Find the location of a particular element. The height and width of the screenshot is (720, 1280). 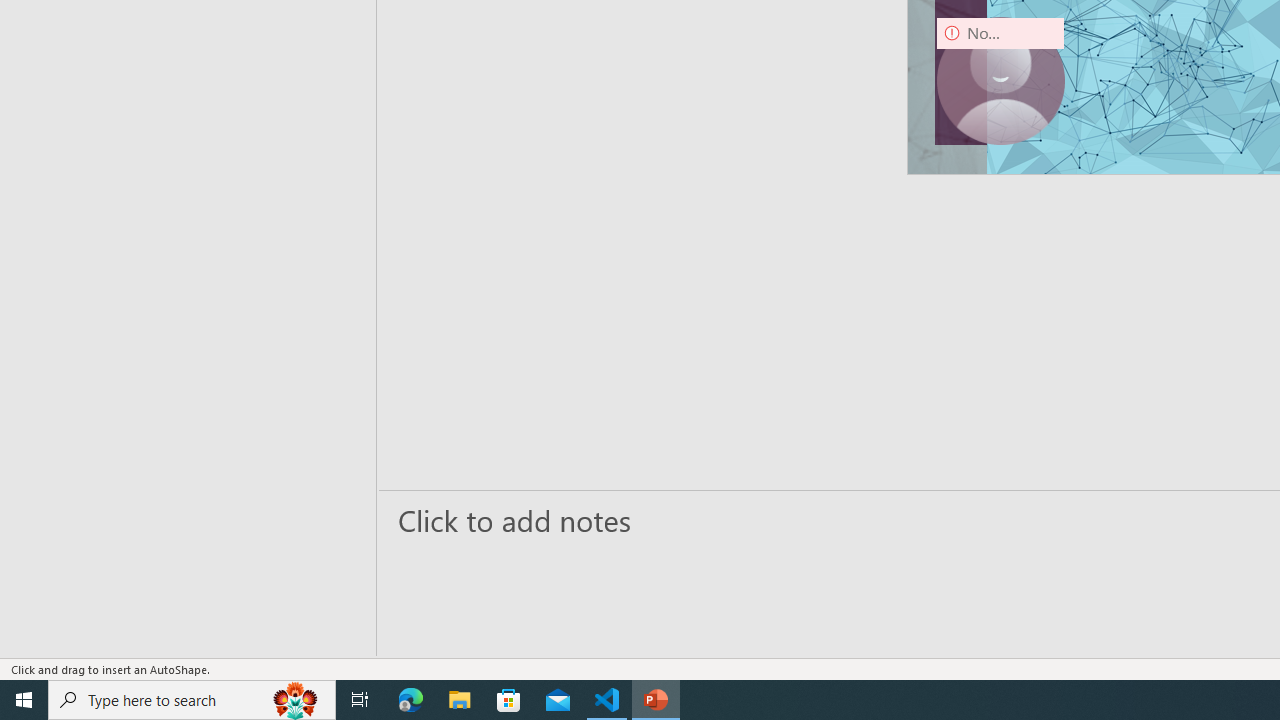

'Camera 9, No camera detected.' is located at coordinates (1000, 80).